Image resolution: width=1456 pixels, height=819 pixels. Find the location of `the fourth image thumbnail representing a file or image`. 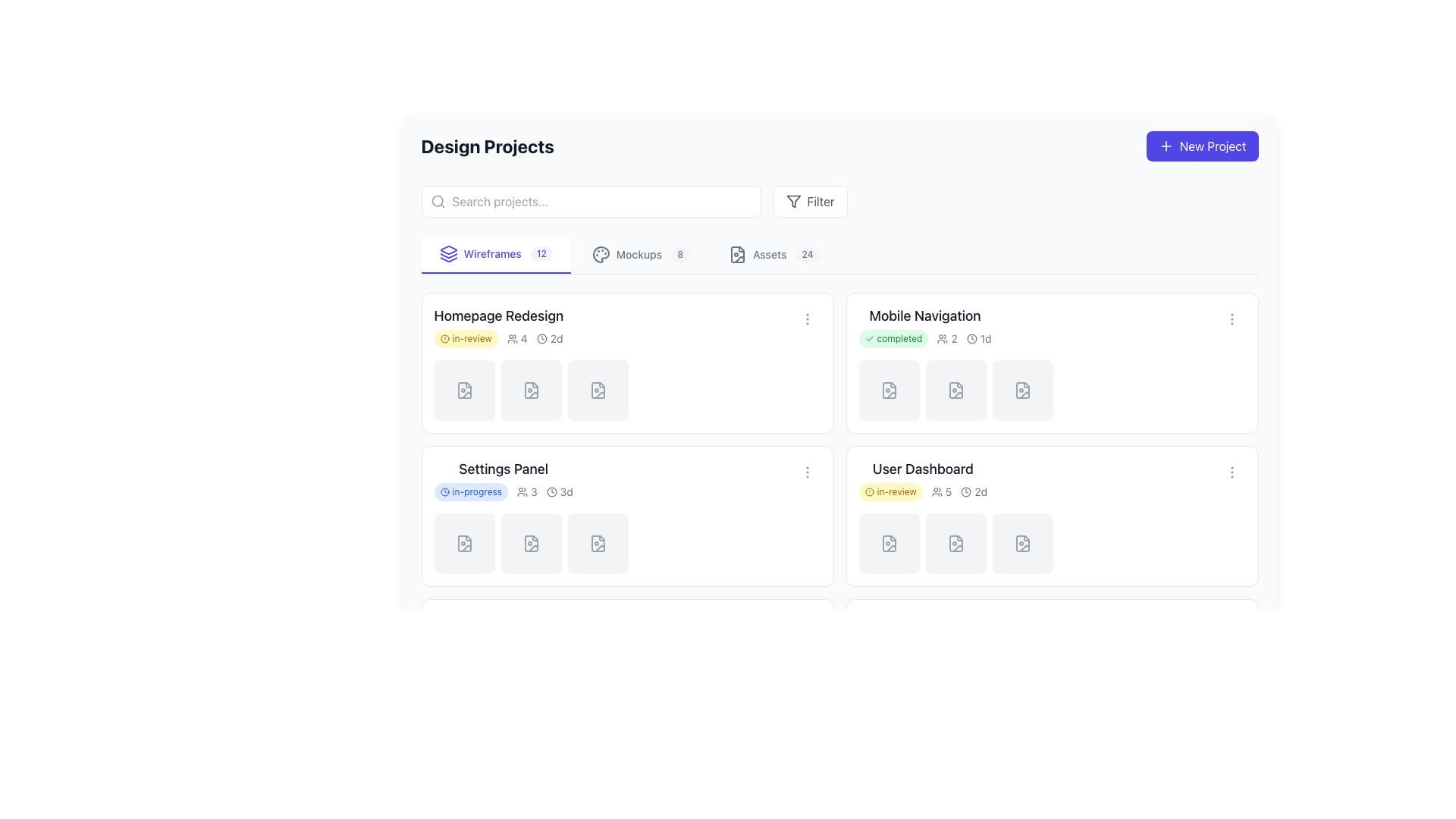

the fourth image thumbnail representing a file or image is located at coordinates (1051, 390).